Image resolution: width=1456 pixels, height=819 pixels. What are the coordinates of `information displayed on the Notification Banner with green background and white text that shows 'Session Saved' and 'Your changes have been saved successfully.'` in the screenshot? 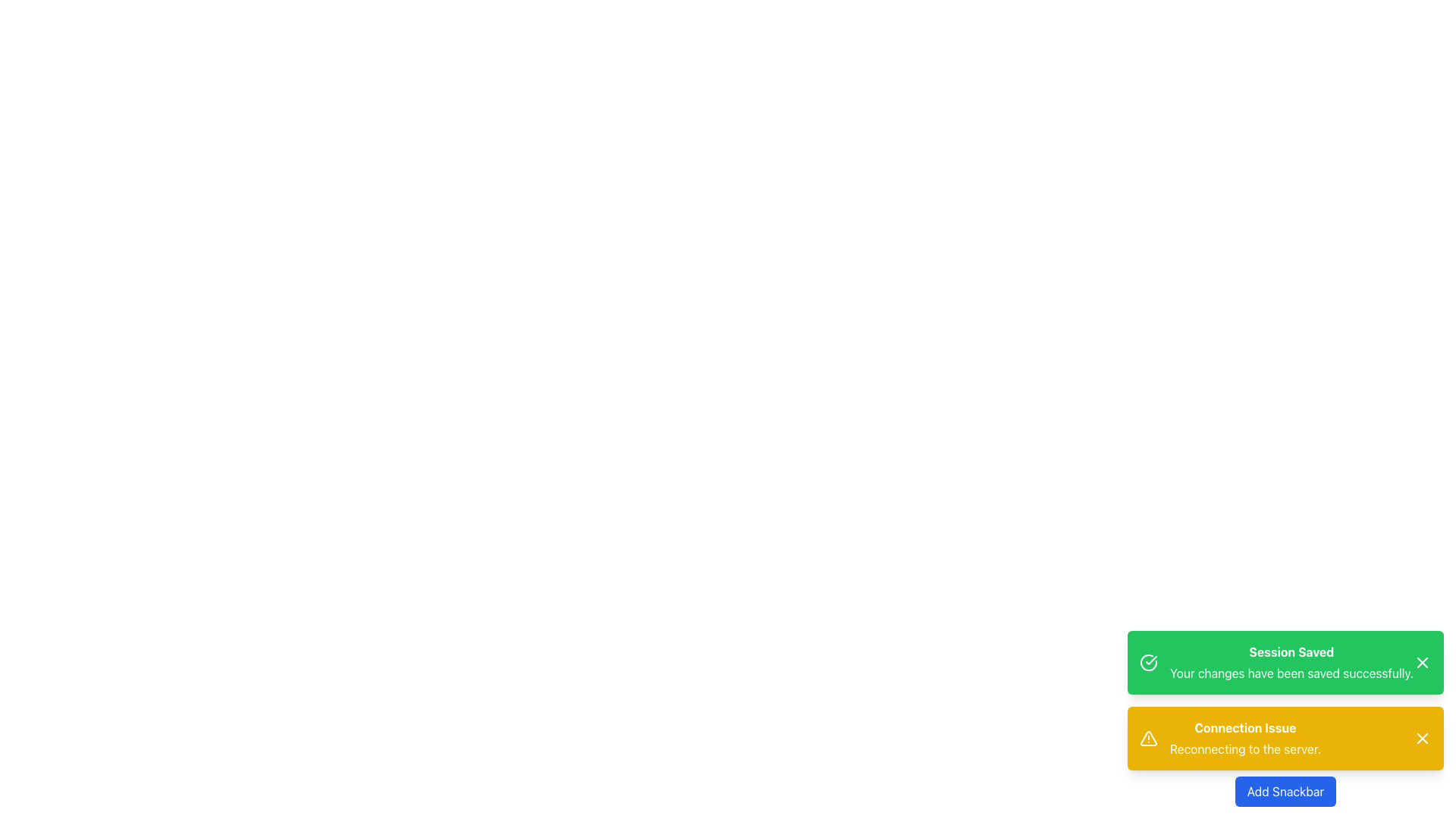 It's located at (1285, 662).